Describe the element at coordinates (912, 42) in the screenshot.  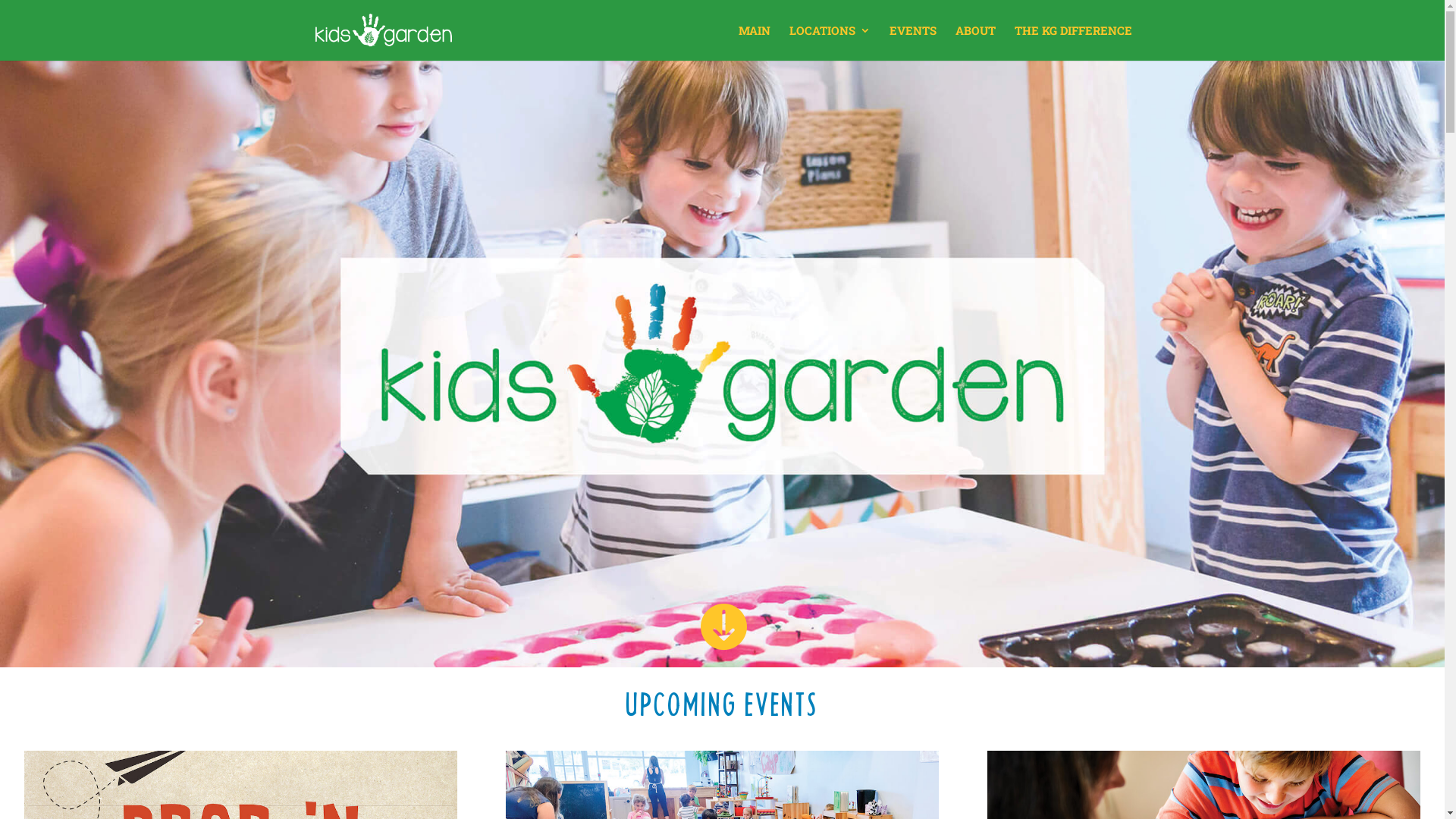
I see `'EVENTS'` at that location.